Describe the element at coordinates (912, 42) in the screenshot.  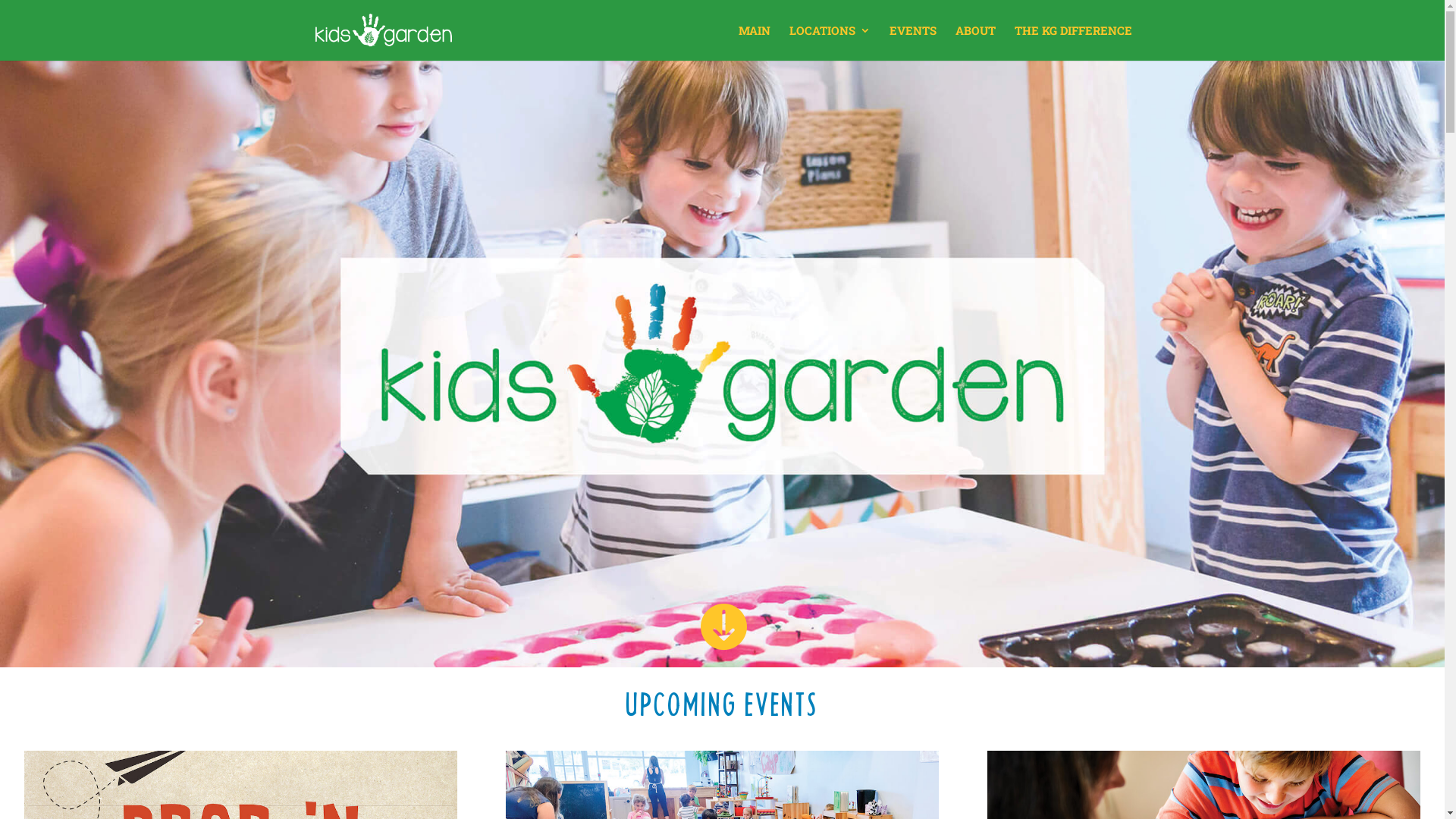
I see `'EVENTS'` at that location.